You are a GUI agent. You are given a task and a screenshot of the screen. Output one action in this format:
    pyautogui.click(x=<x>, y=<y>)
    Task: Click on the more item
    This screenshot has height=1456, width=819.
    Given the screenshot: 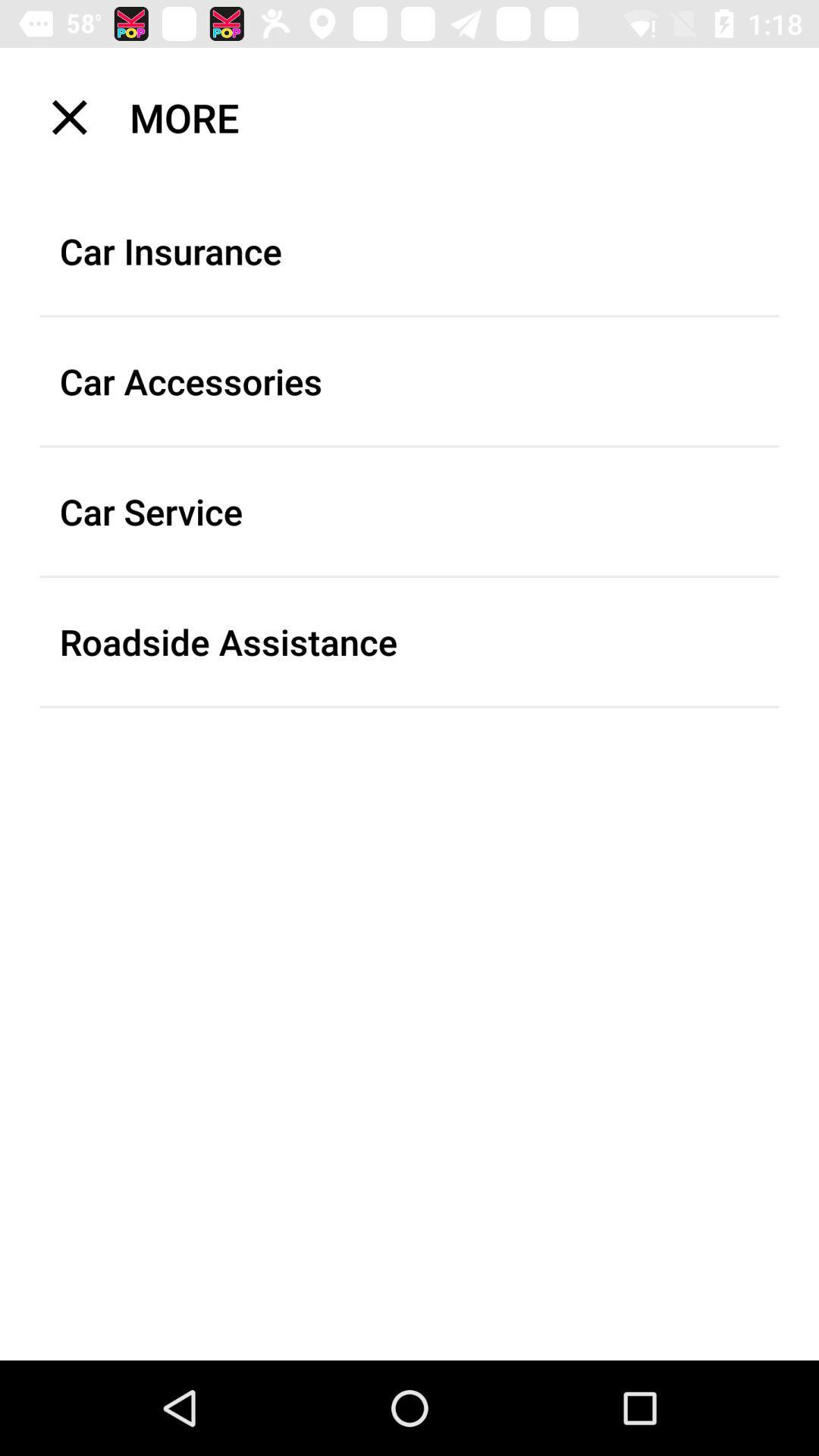 What is the action you would take?
    pyautogui.click(x=419, y=116)
    